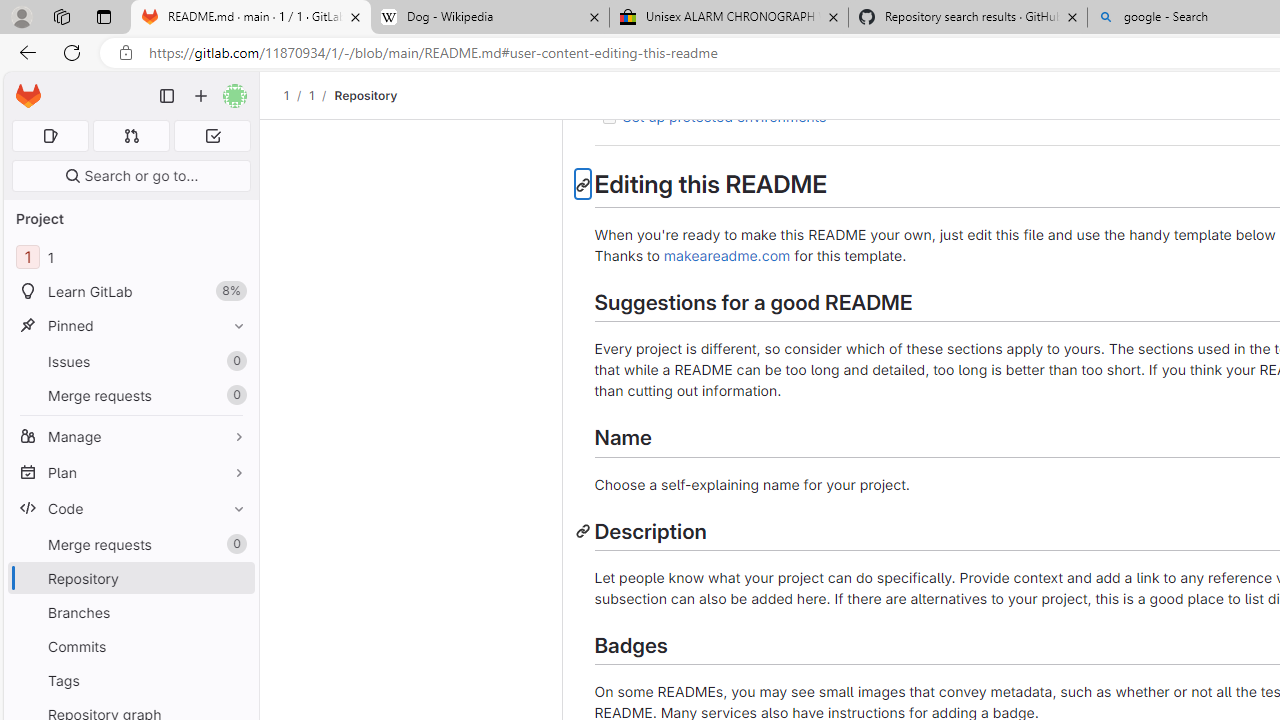 The width and height of the screenshot is (1280, 720). I want to click on 'Unpin Issues', so click(234, 361).